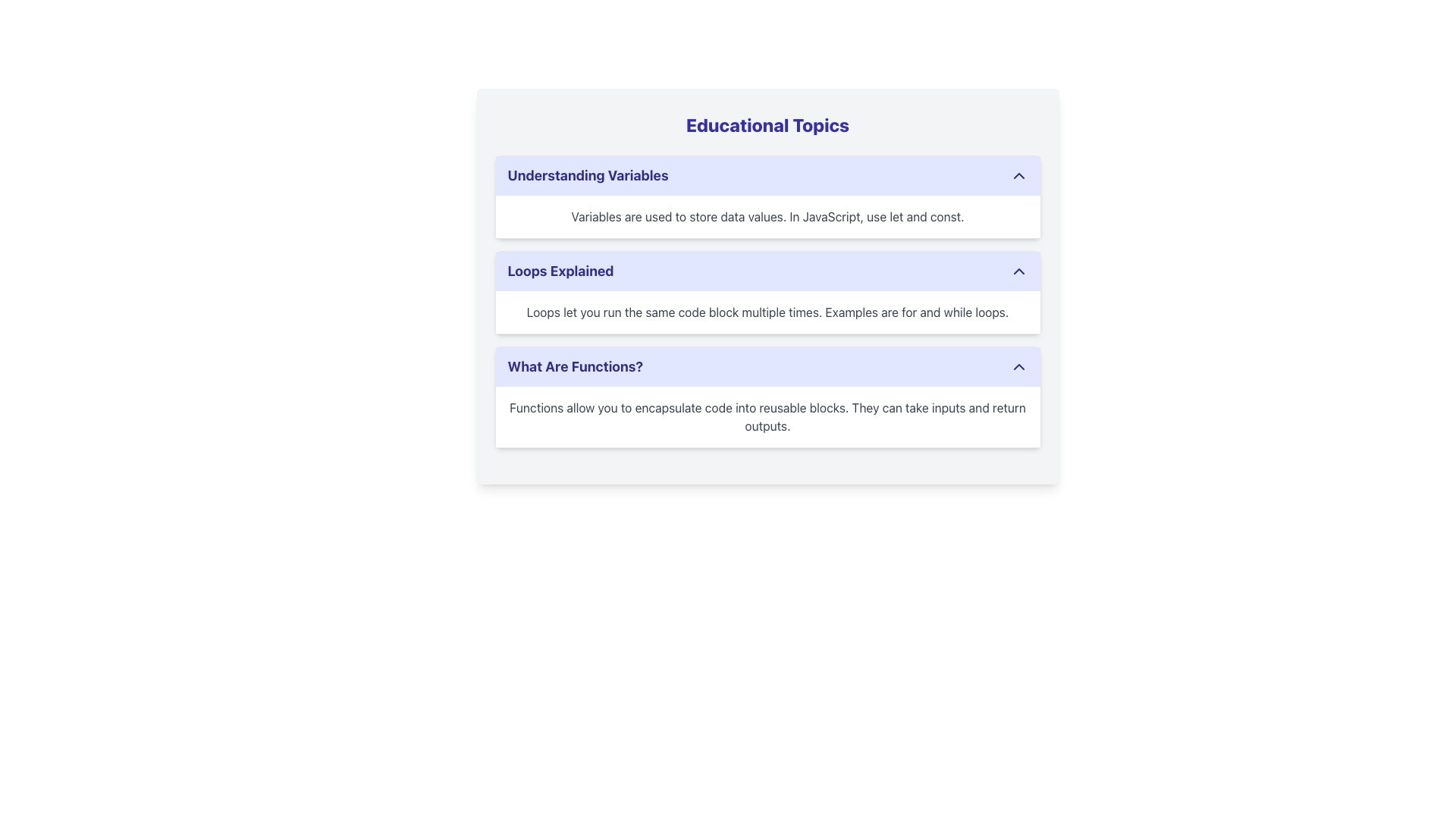  What do you see at coordinates (1018, 174) in the screenshot?
I see `the upward-pointing indigo chevron icon located in the top-right corner of the 'Understanding Variables' section` at bounding box center [1018, 174].